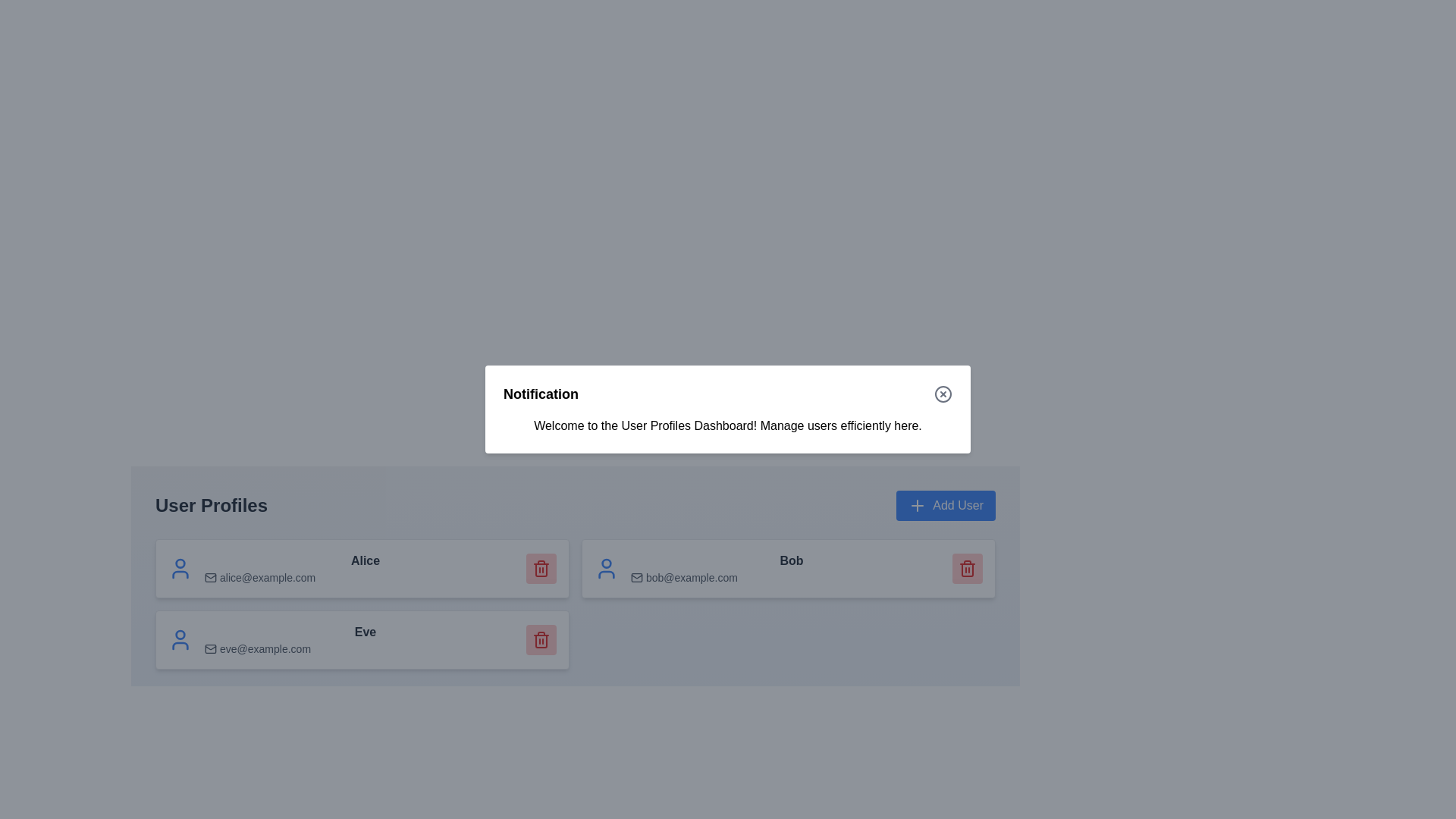  What do you see at coordinates (365, 640) in the screenshot?
I see `the text label displaying the name 'Eve', which is styled in bold dark gray and is positioned above the email address` at bounding box center [365, 640].